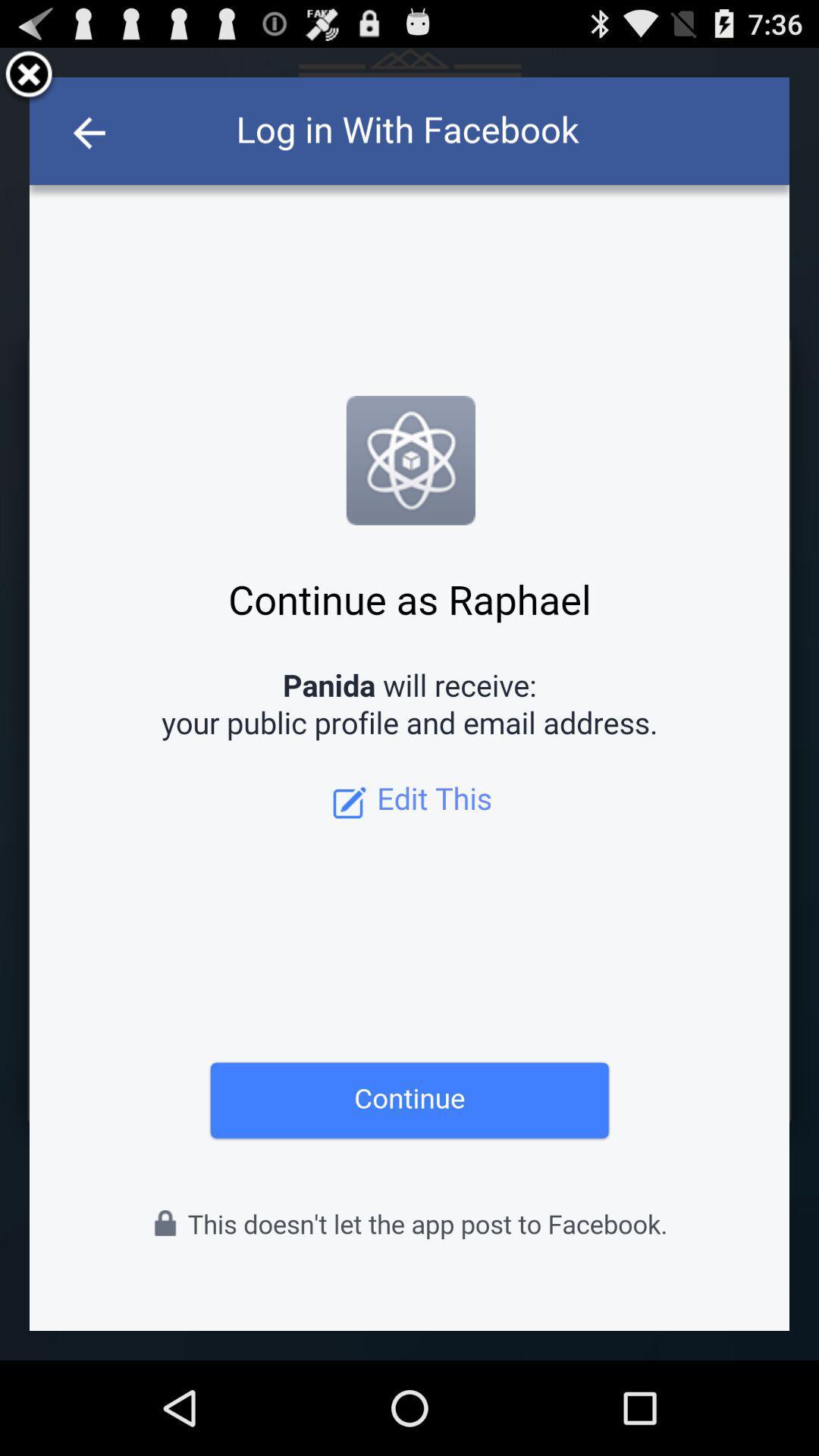 The height and width of the screenshot is (1456, 819). Describe the element at coordinates (29, 76) in the screenshot. I see `exit screen` at that location.